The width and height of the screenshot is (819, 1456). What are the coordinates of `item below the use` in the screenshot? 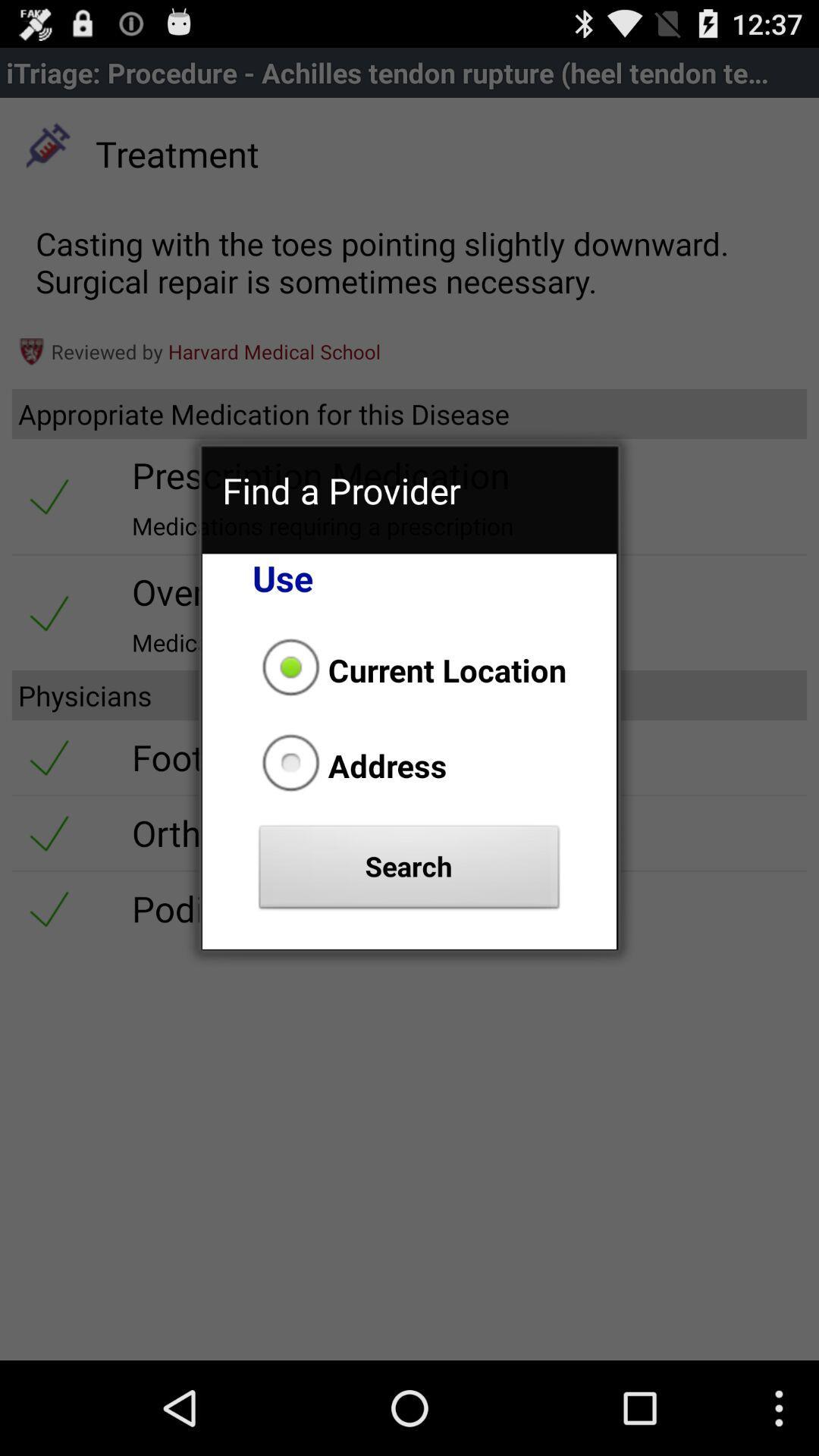 It's located at (409, 669).